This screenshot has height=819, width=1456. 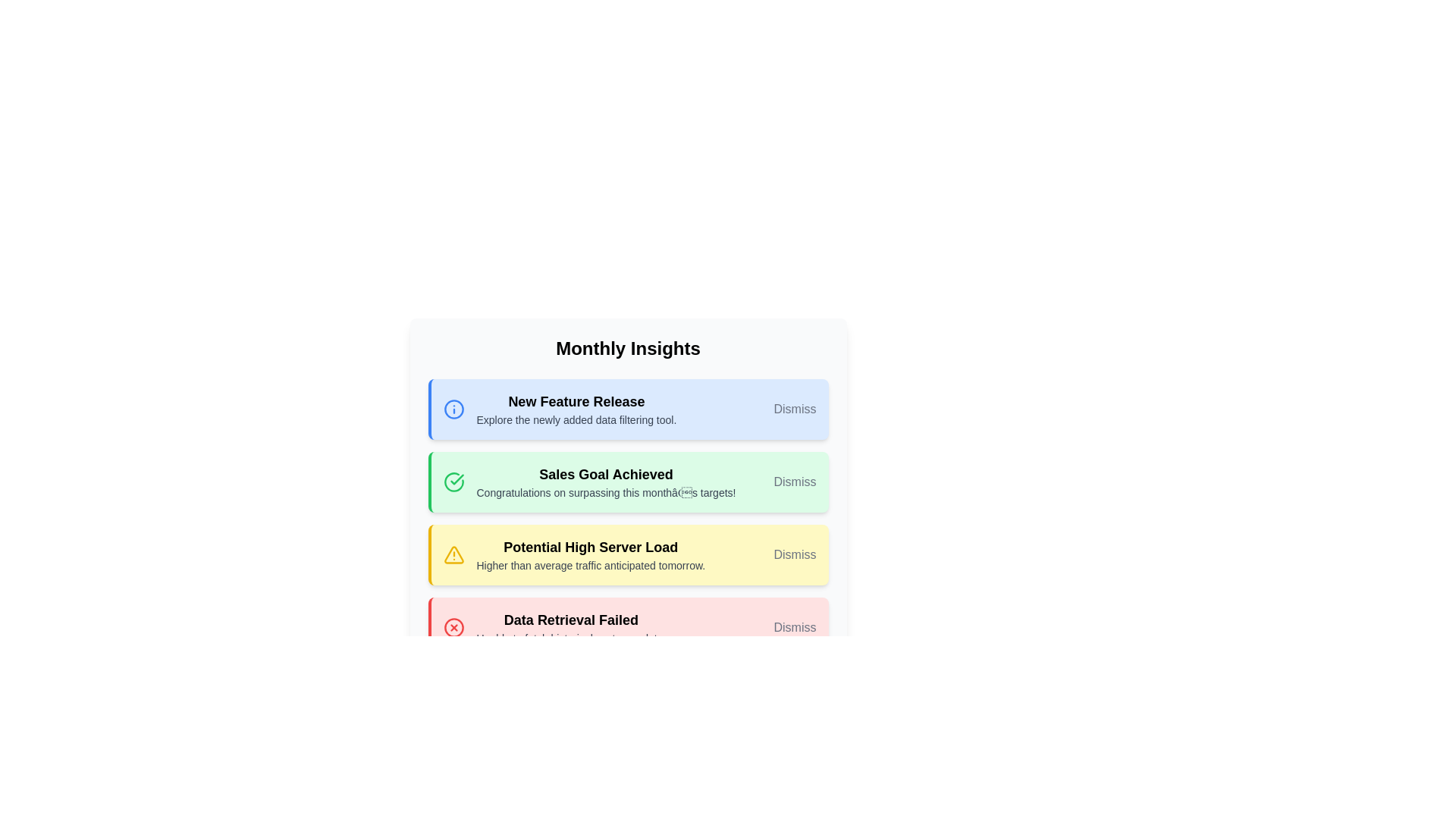 I want to click on text block displaying 'Data Retrieval Failed' and 'Unable to fetch historical customer data.' which is located at the bottom section of the insights list with a light red background, so click(x=570, y=628).